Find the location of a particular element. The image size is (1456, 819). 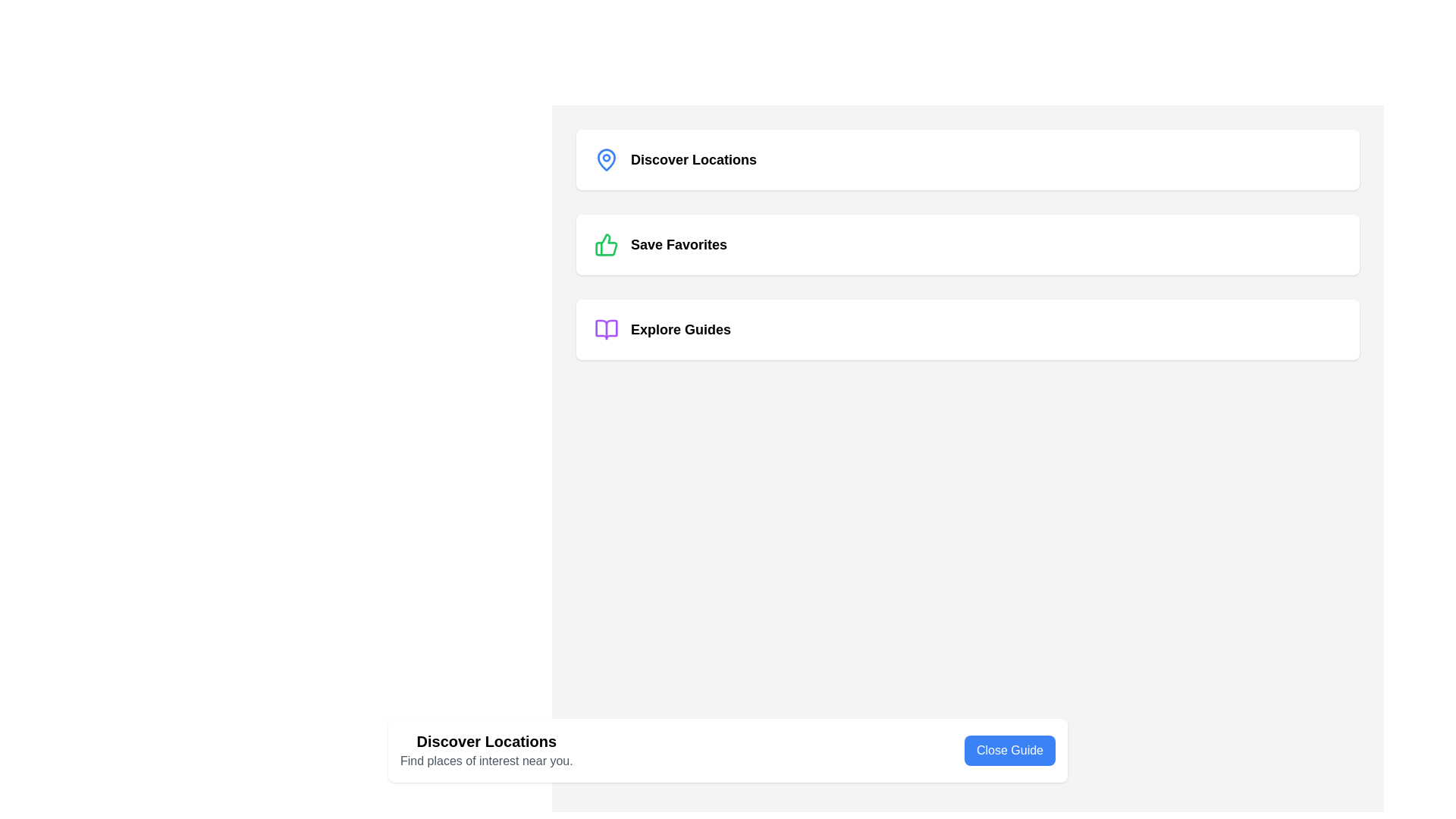

static text label that serves as the title or header for the content indicating the purpose of finding locations of interest, positioned above the text 'Find places of interest near you.' is located at coordinates (486, 741).